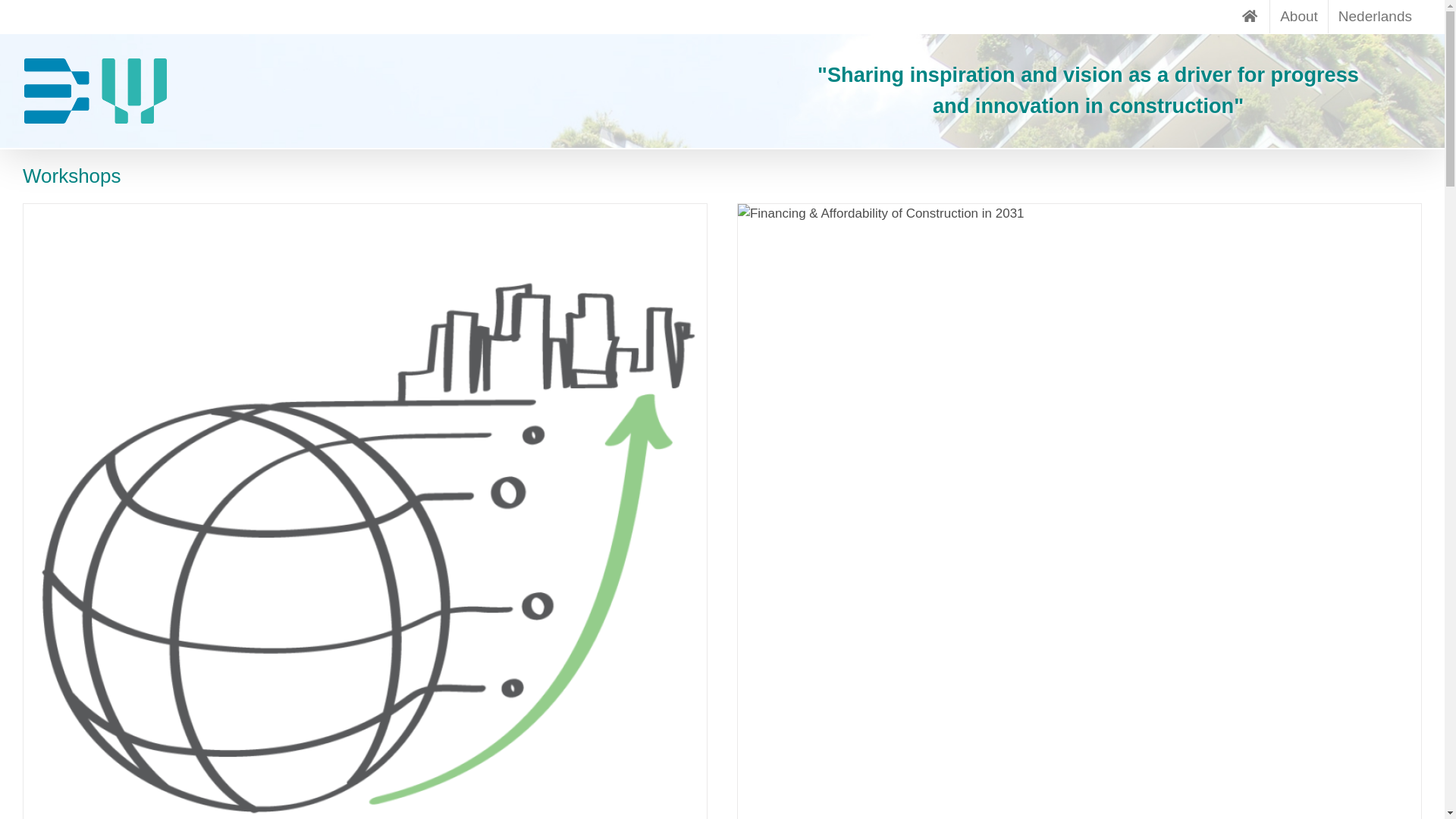 The height and width of the screenshot is (819, 1456). Describe the element at coordinates (1298, 17) in the screenshot. I see `'About'` at that location.